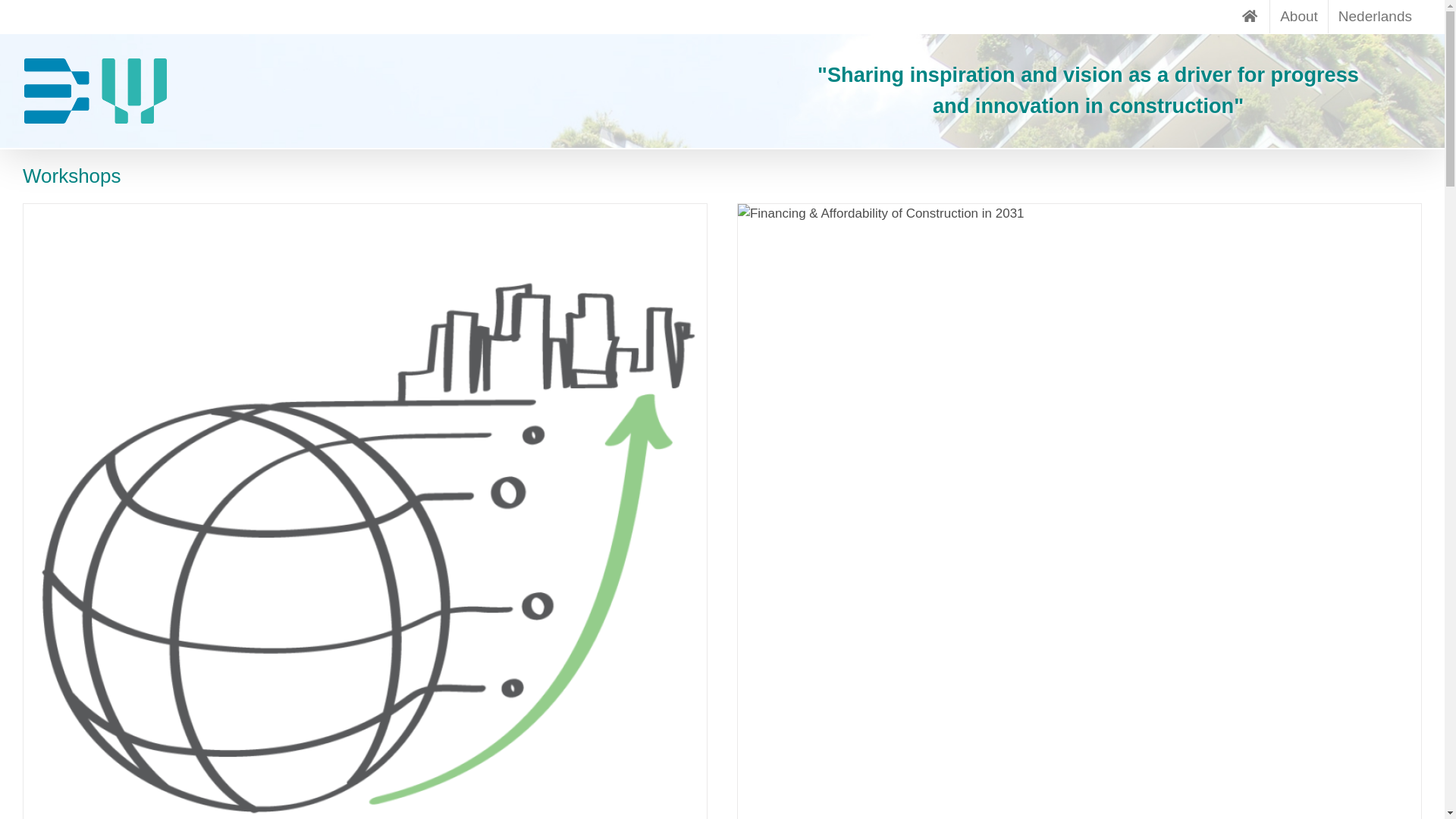 The height and width of the screenshot is (819, 1456). Describe the element at coordinates (1298, 17) in the screenshot. I see `'About'` at that location.